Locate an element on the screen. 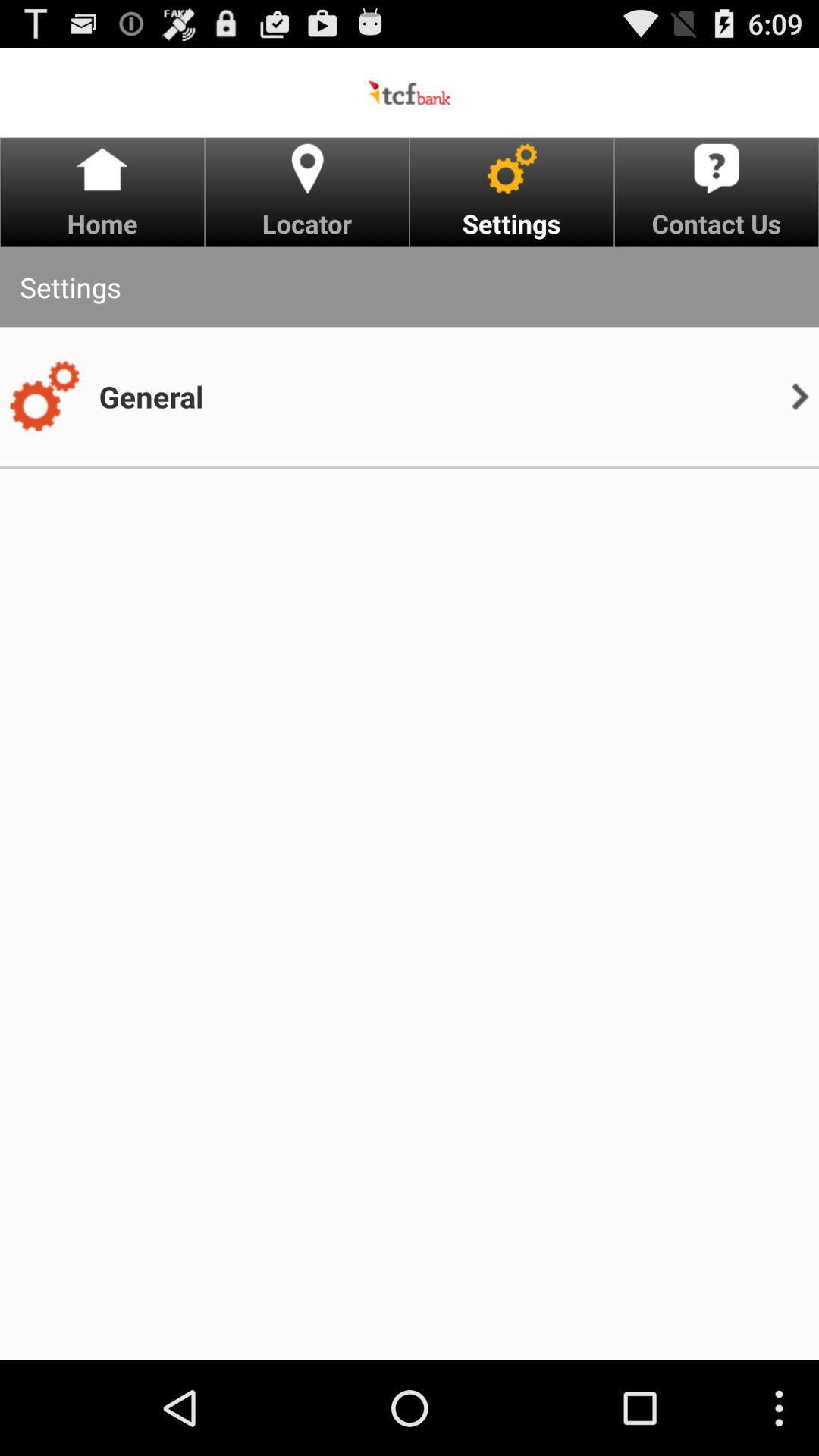 This screenshot has height=1456, width=819. the item next to general icon is located at coordinates (43, 397).